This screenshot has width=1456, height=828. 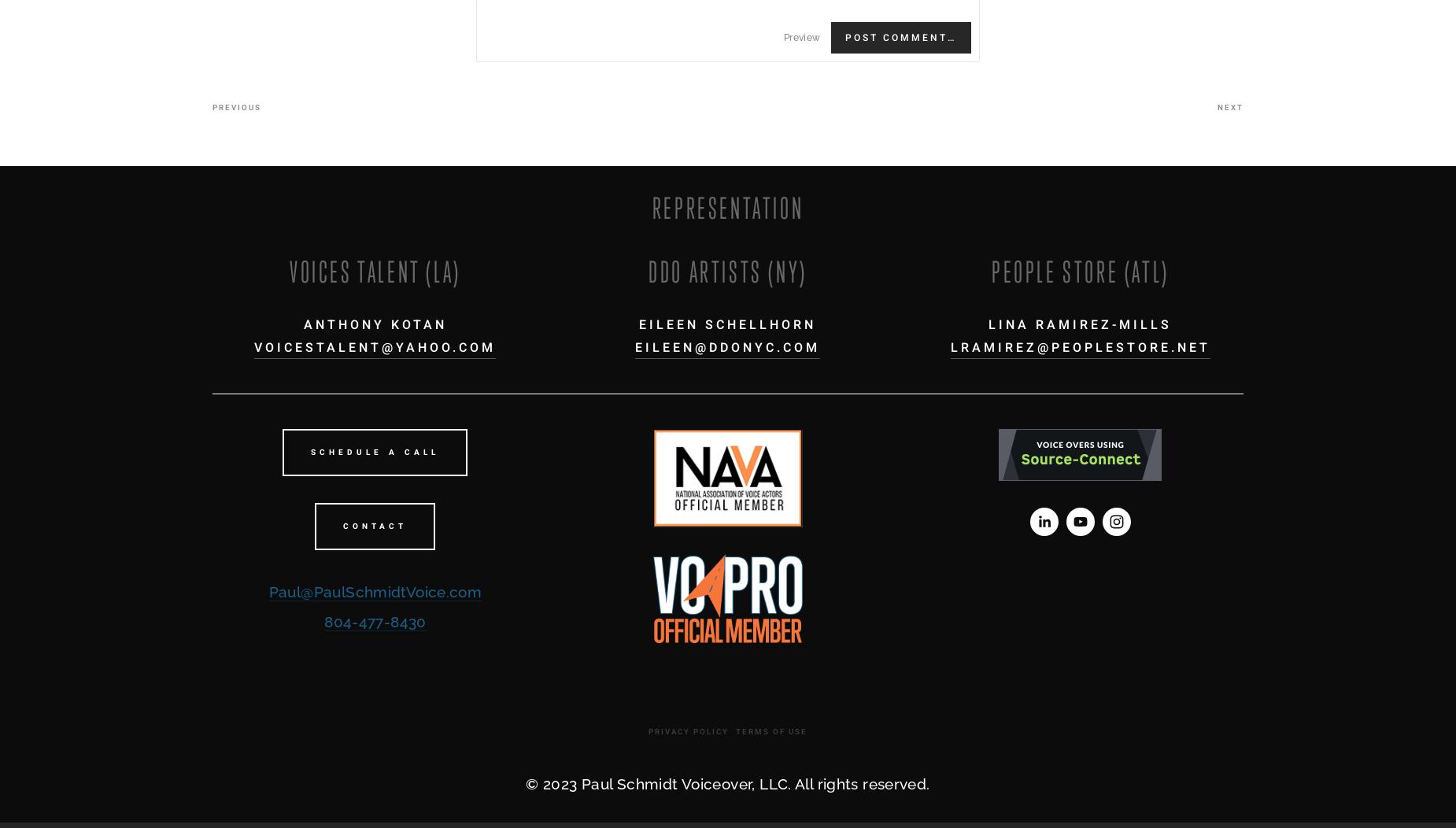 I want to click on 'CONTACT', so click(x=375, y=525).